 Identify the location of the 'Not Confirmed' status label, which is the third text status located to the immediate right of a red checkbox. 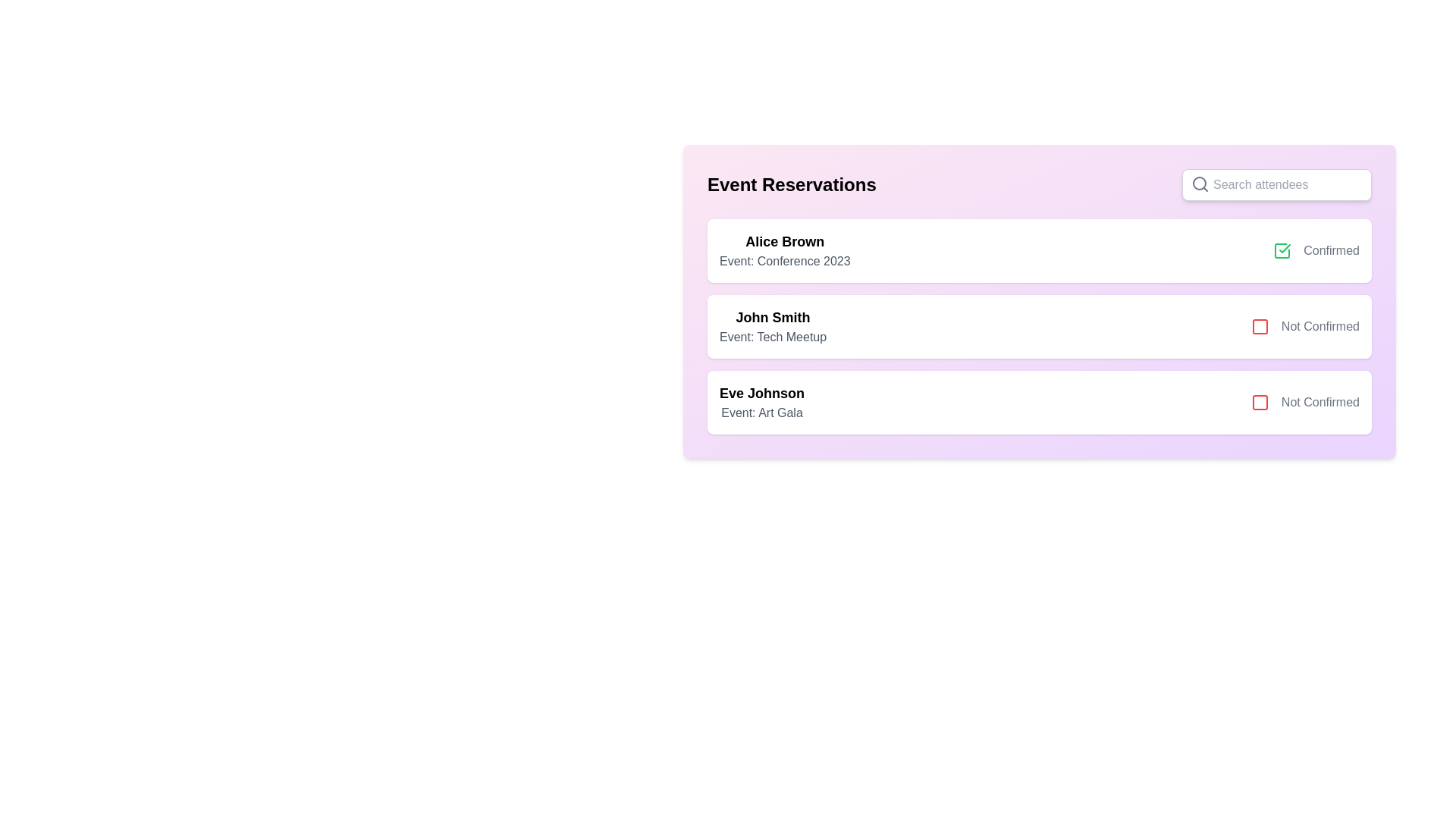
(1319, 402).